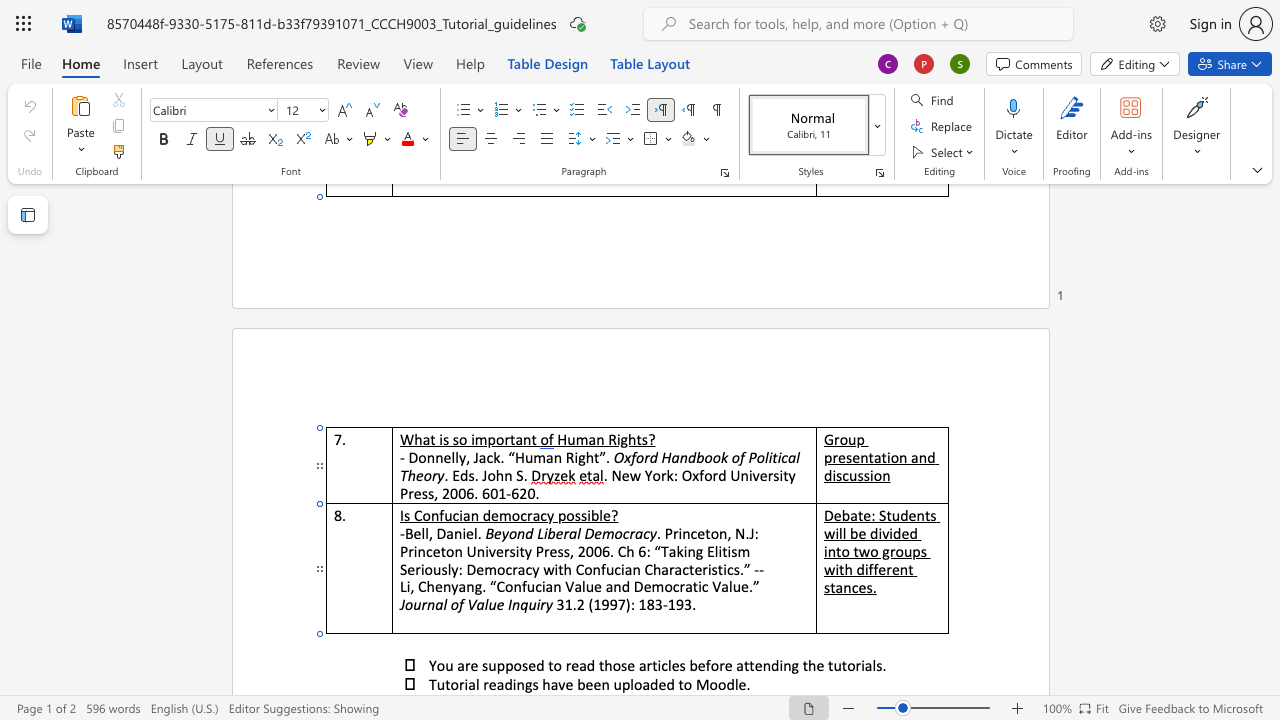  What do you see at coordinates (475, 551) in the screenshot?
I see `the space between the continuous character "U" and "n" in the text` at bounding box center [475, 551].